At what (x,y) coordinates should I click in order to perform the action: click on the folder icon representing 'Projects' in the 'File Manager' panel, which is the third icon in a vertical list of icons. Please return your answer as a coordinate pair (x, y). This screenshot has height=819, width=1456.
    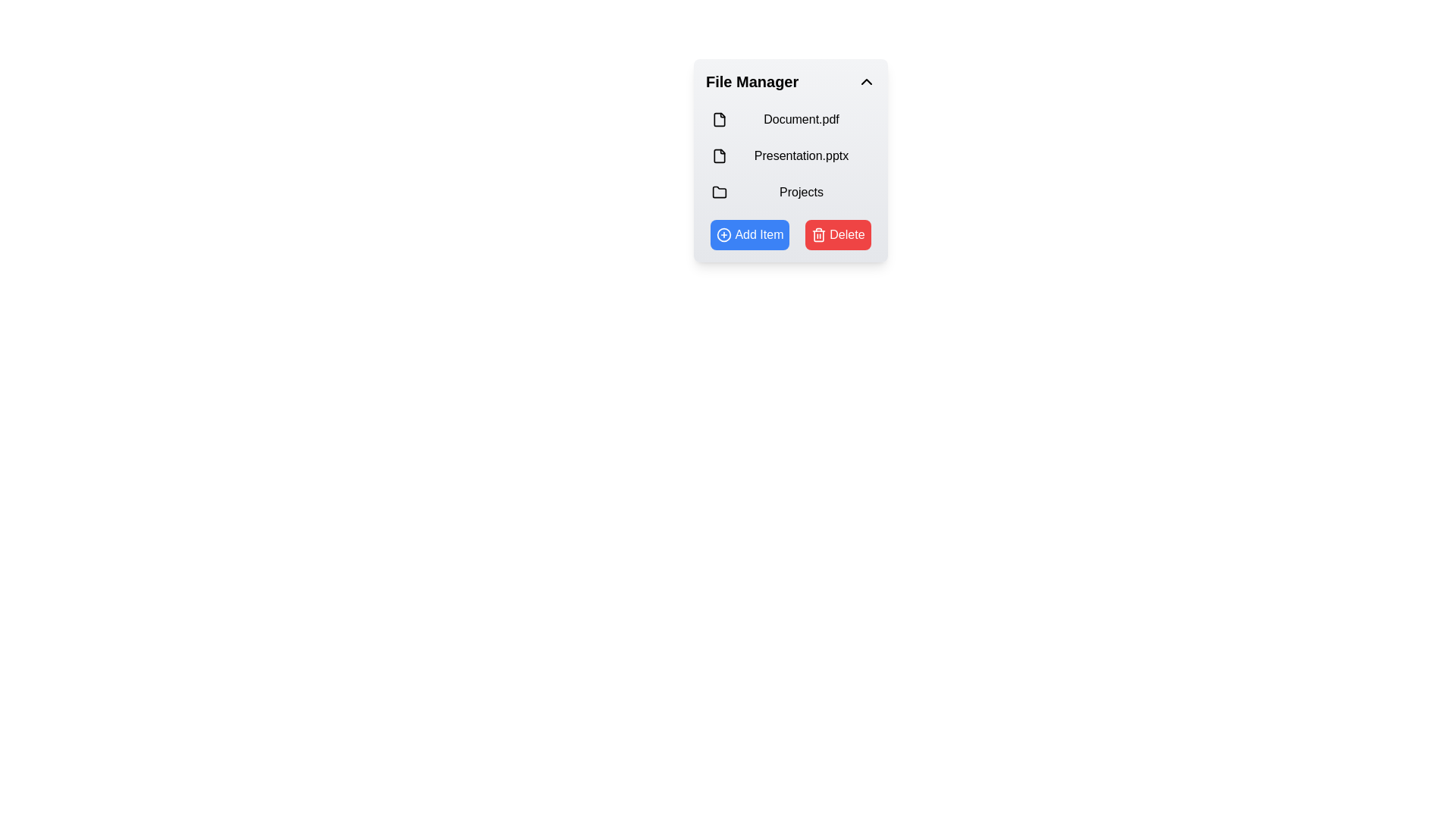
    Looking at the image, I should click on (719, 191).